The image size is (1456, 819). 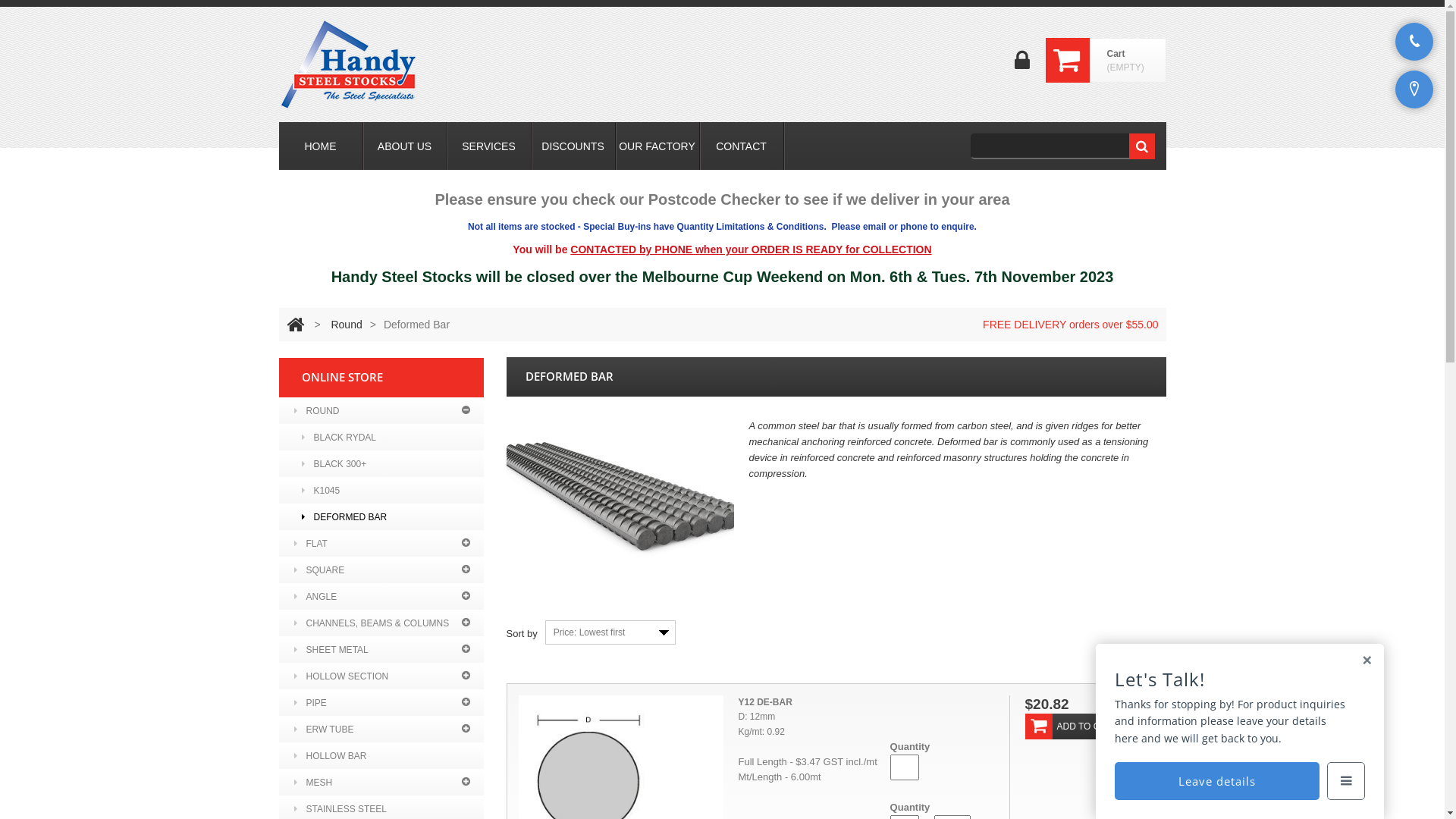 What do you see at coordinates (381, 516) in the screenshot?
I see `'DEFORMED BAR'` at bounding box center [381, 516].